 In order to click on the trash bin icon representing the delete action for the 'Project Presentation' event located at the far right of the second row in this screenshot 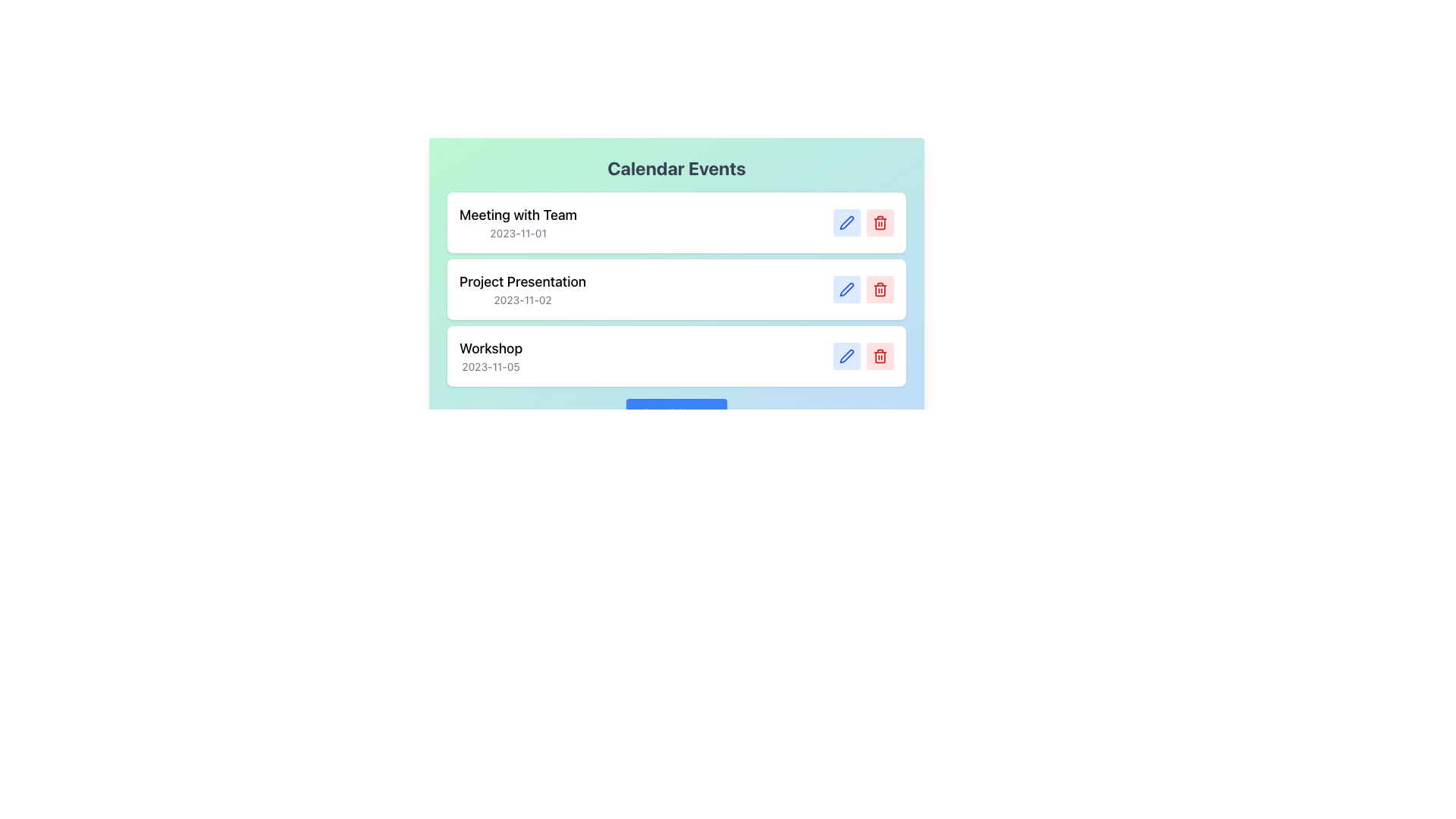, I will do `click(880, 290)`.